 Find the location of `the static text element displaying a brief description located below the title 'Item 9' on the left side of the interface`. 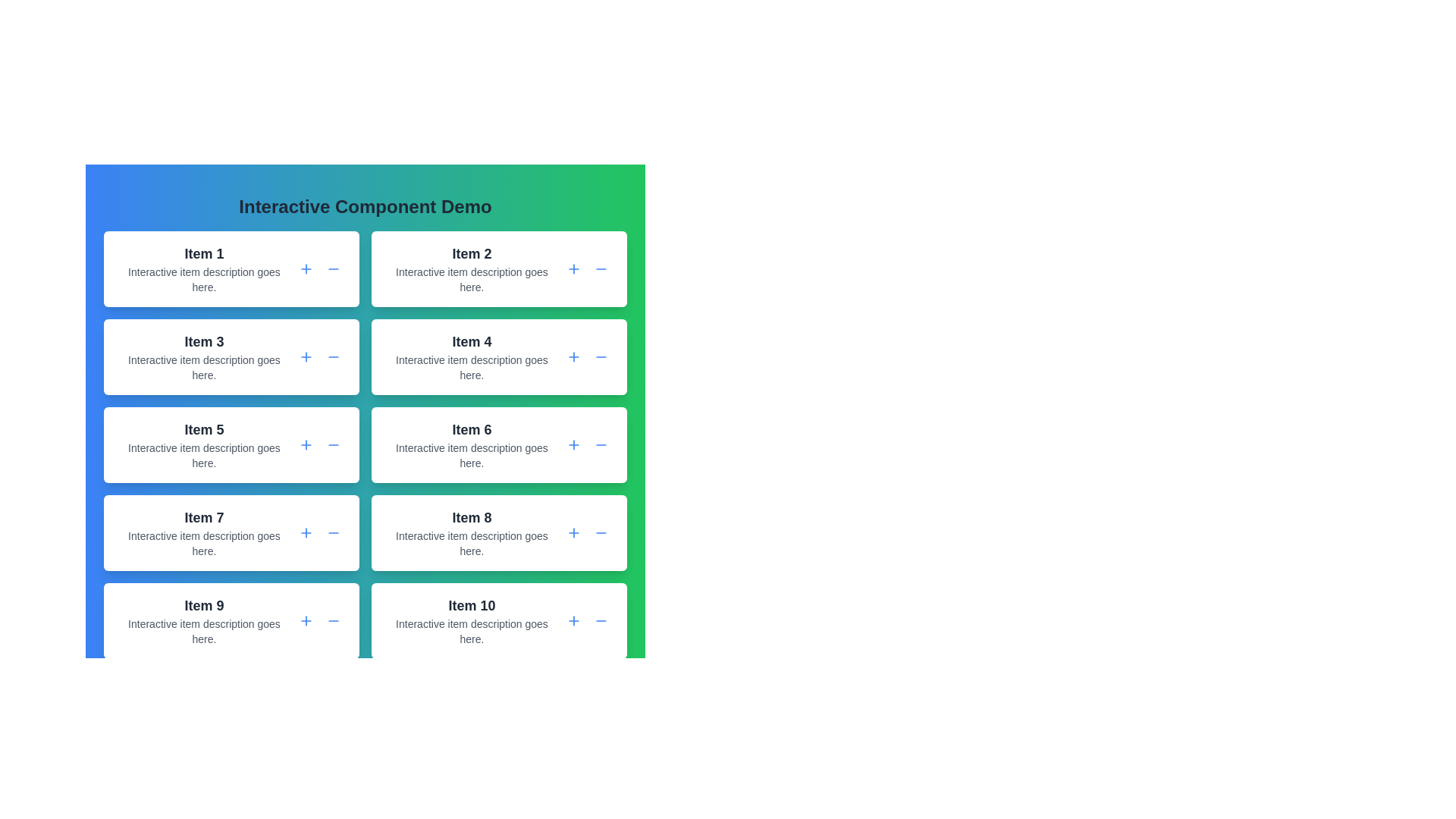

the static text element displaying a brief description located below the title 'Item 9' on the left side of the interface is located at coordinates (203, 632).